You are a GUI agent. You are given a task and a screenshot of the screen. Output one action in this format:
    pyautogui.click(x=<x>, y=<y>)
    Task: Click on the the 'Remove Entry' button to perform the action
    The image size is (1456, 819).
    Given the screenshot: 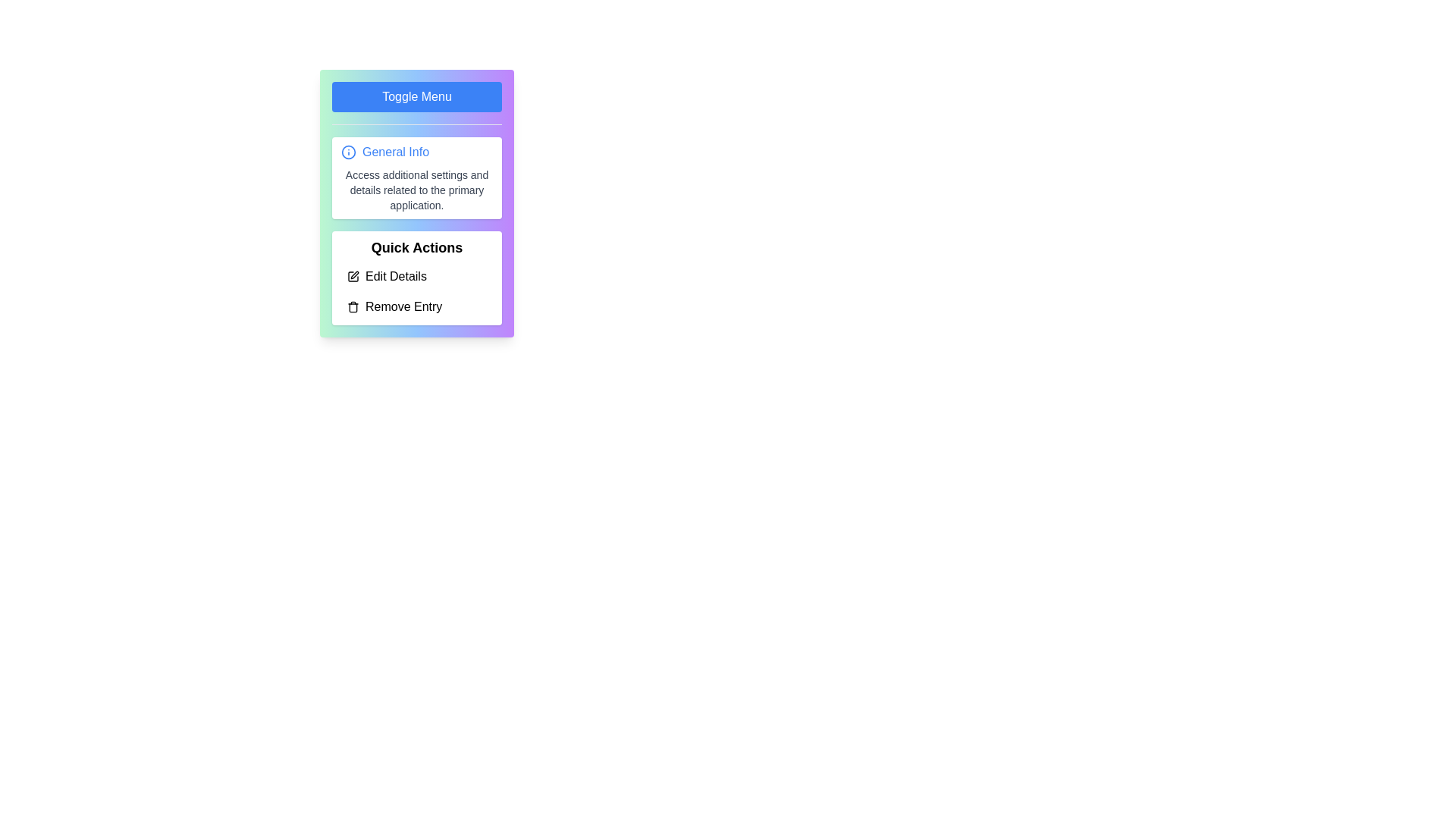 What is the action you would take?
    pyautogui.click(x=417, y=307)
    